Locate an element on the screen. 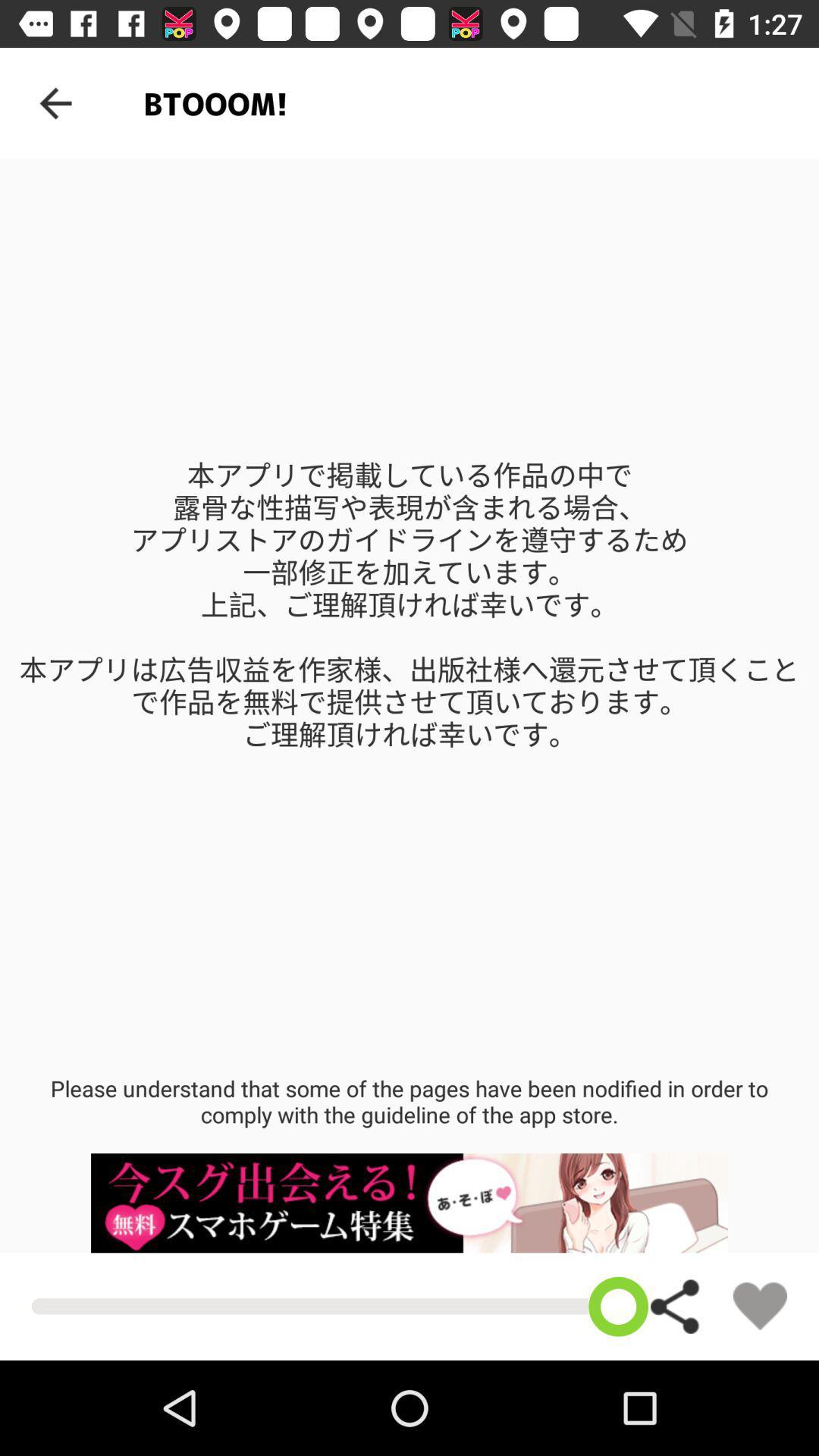 The width and height of the screenshot is (819, 1456). share is located at coordinates (675, 1306).